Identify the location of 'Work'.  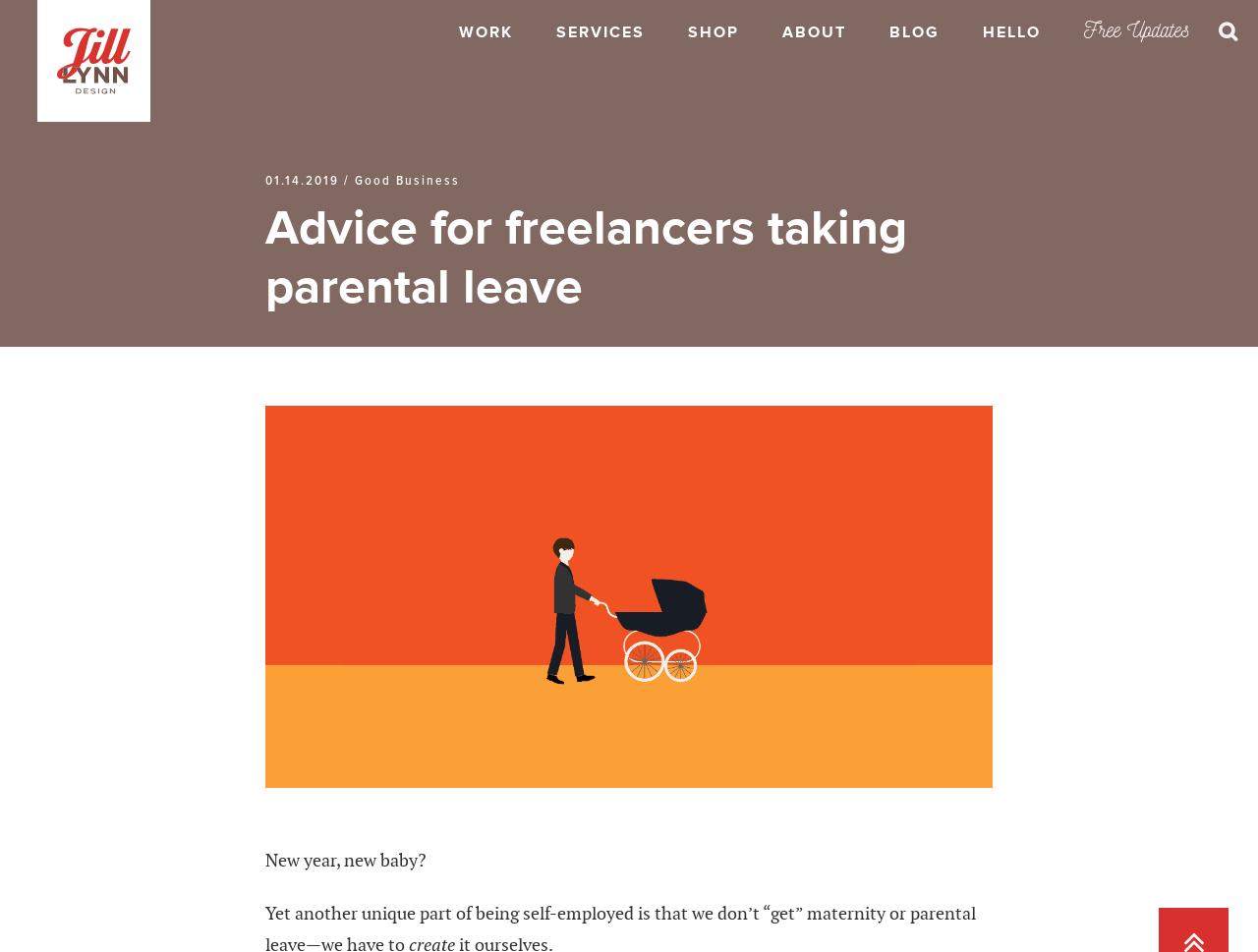
(486, 32).